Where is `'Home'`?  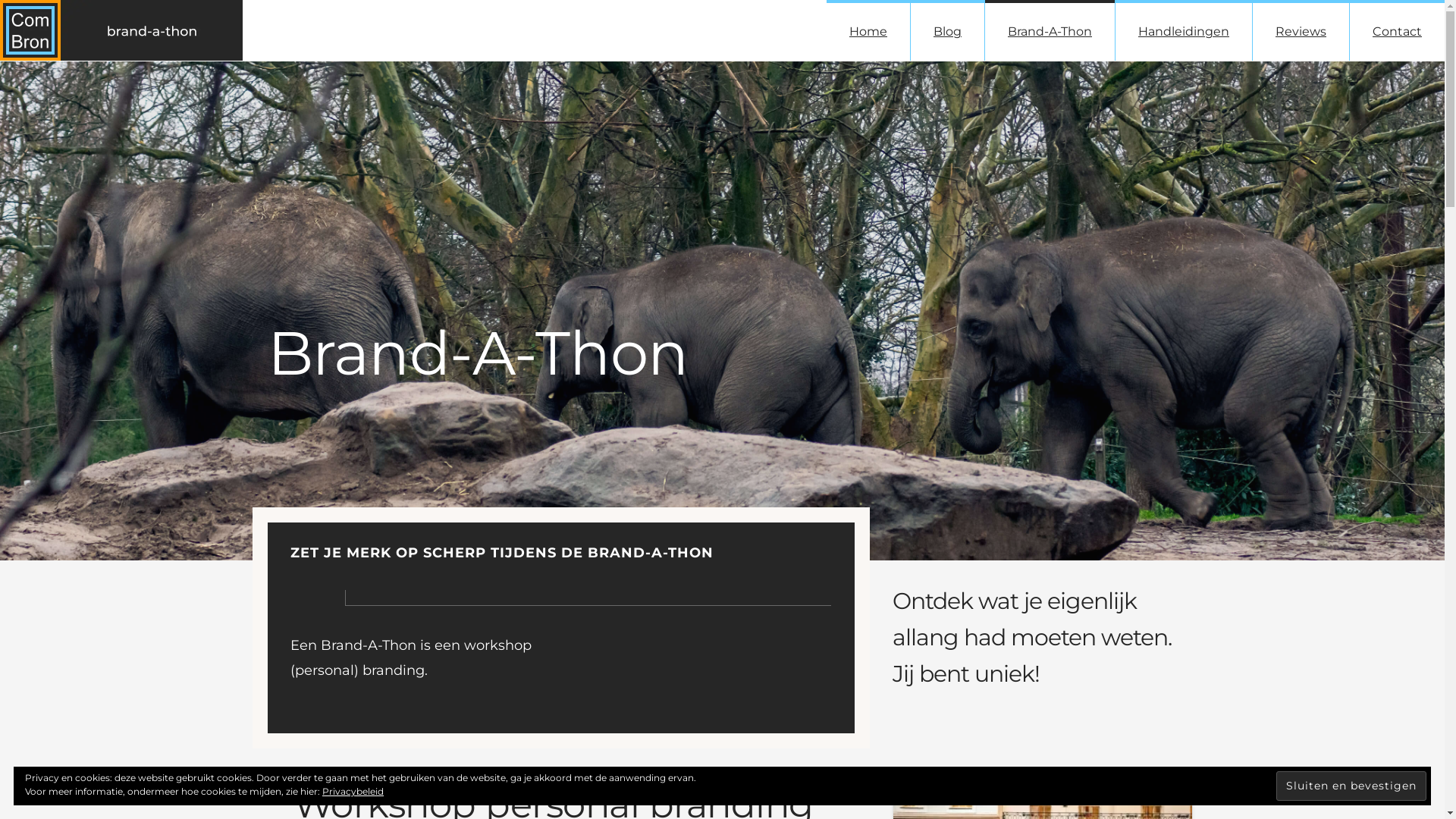 'Home' is located at coordinates (868, 30).